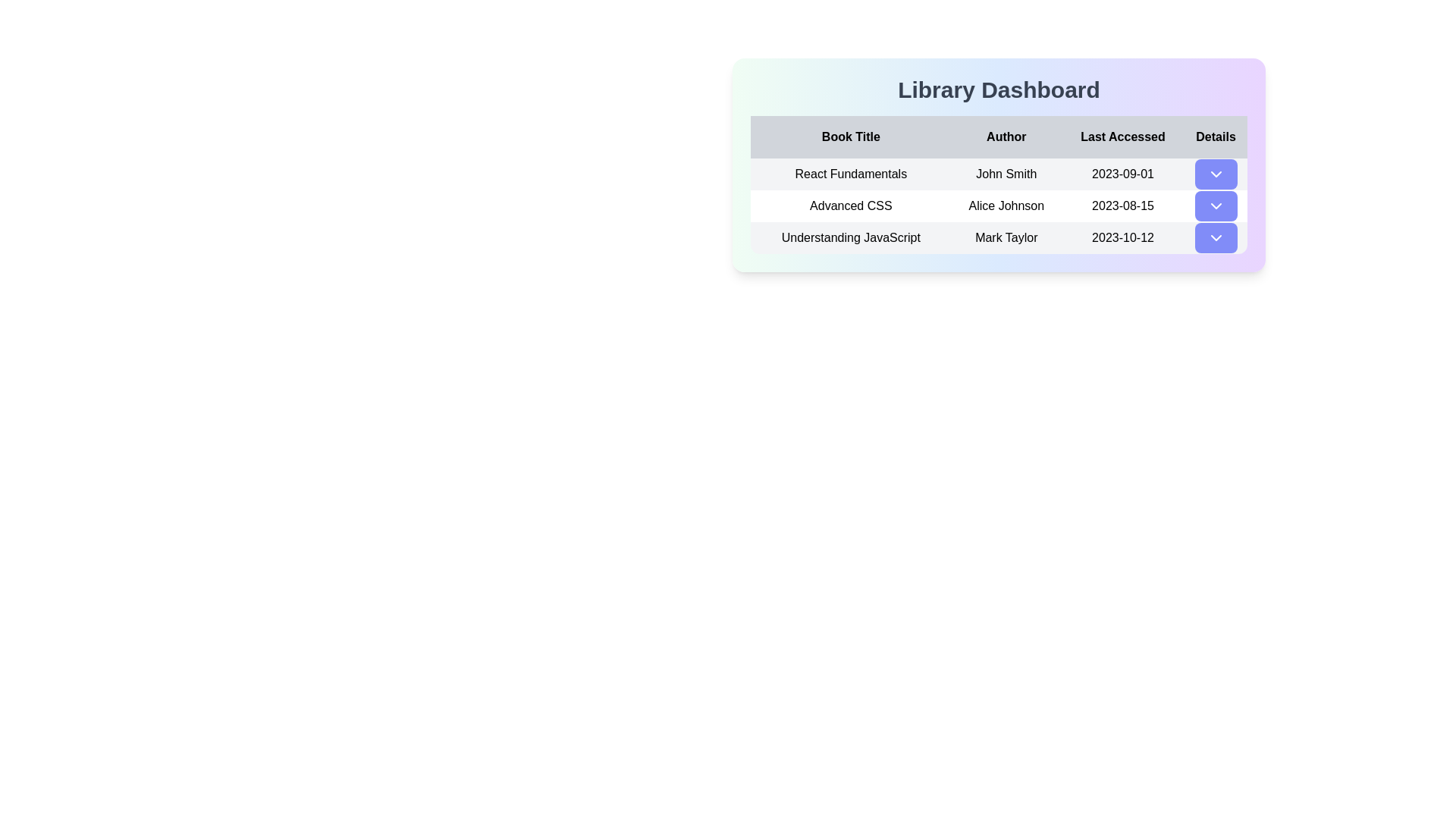  I want to click on the dropdown toggle button located in the Details column of the second row, associated with the book 'Advanced CSS' by Alice Johnson, so click(1216, 206).